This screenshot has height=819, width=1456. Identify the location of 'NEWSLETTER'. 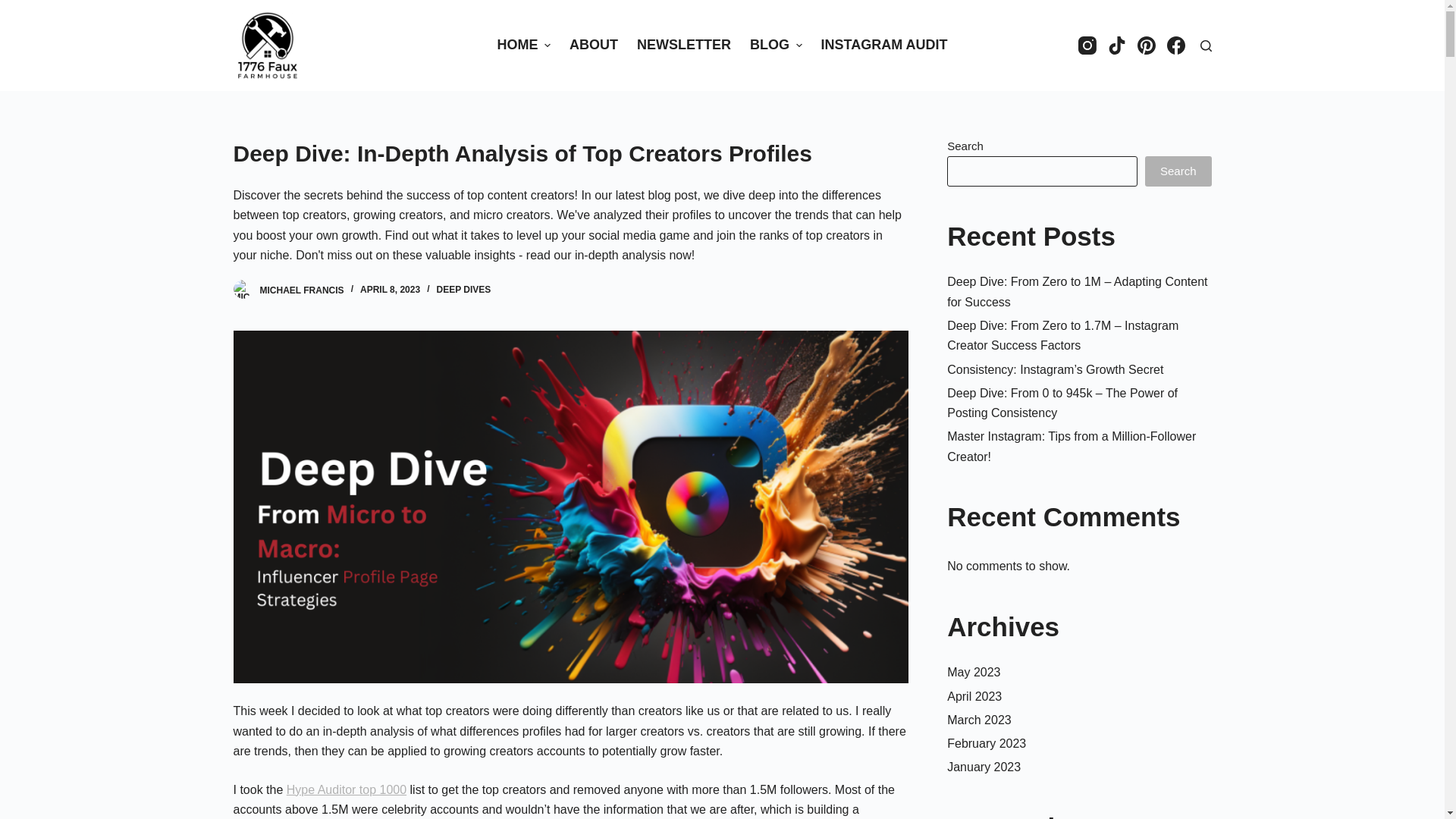
(628, 45).